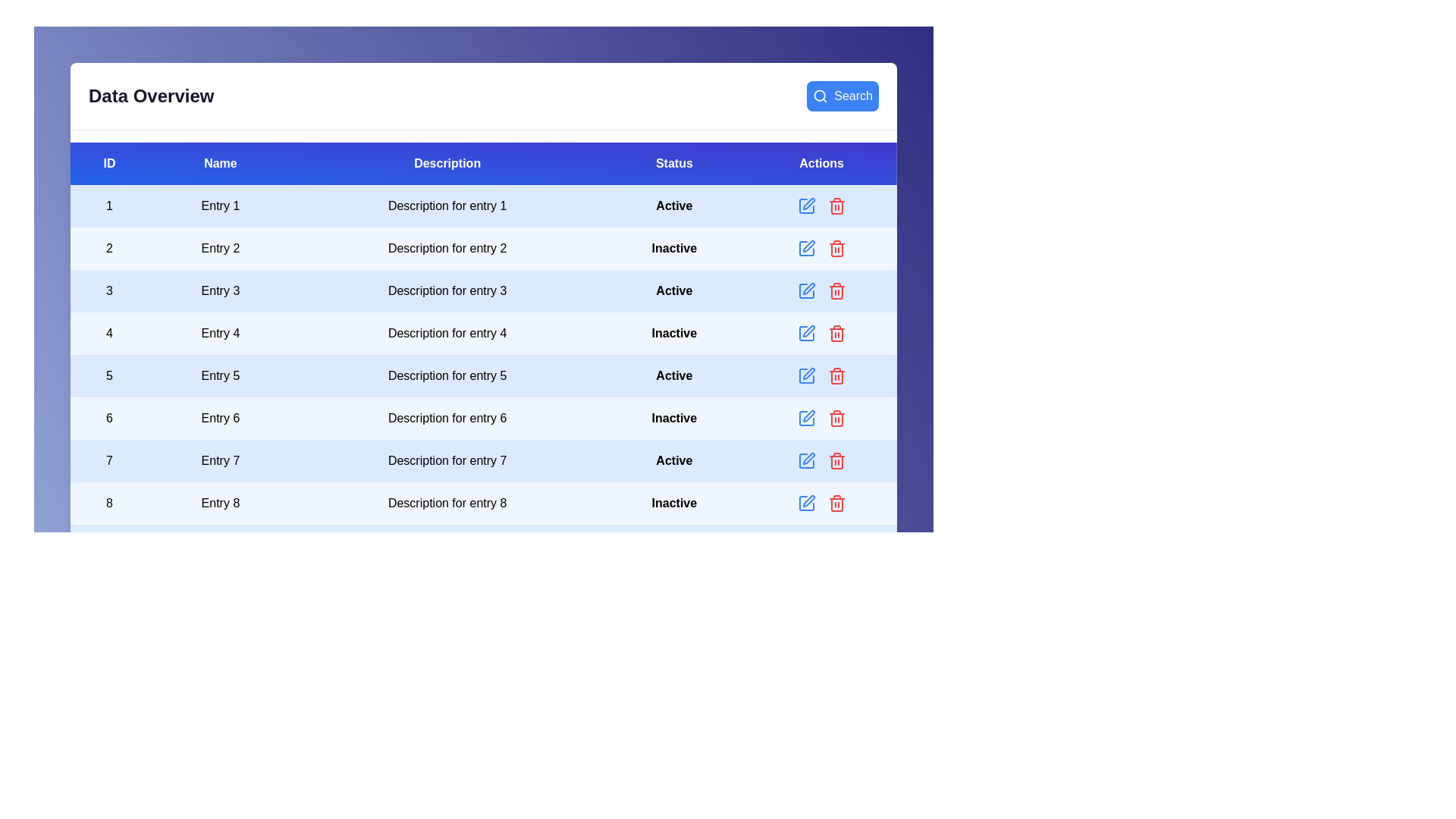  I want to click on the header of the column 'Actions' to sort it, so click(821, 164).